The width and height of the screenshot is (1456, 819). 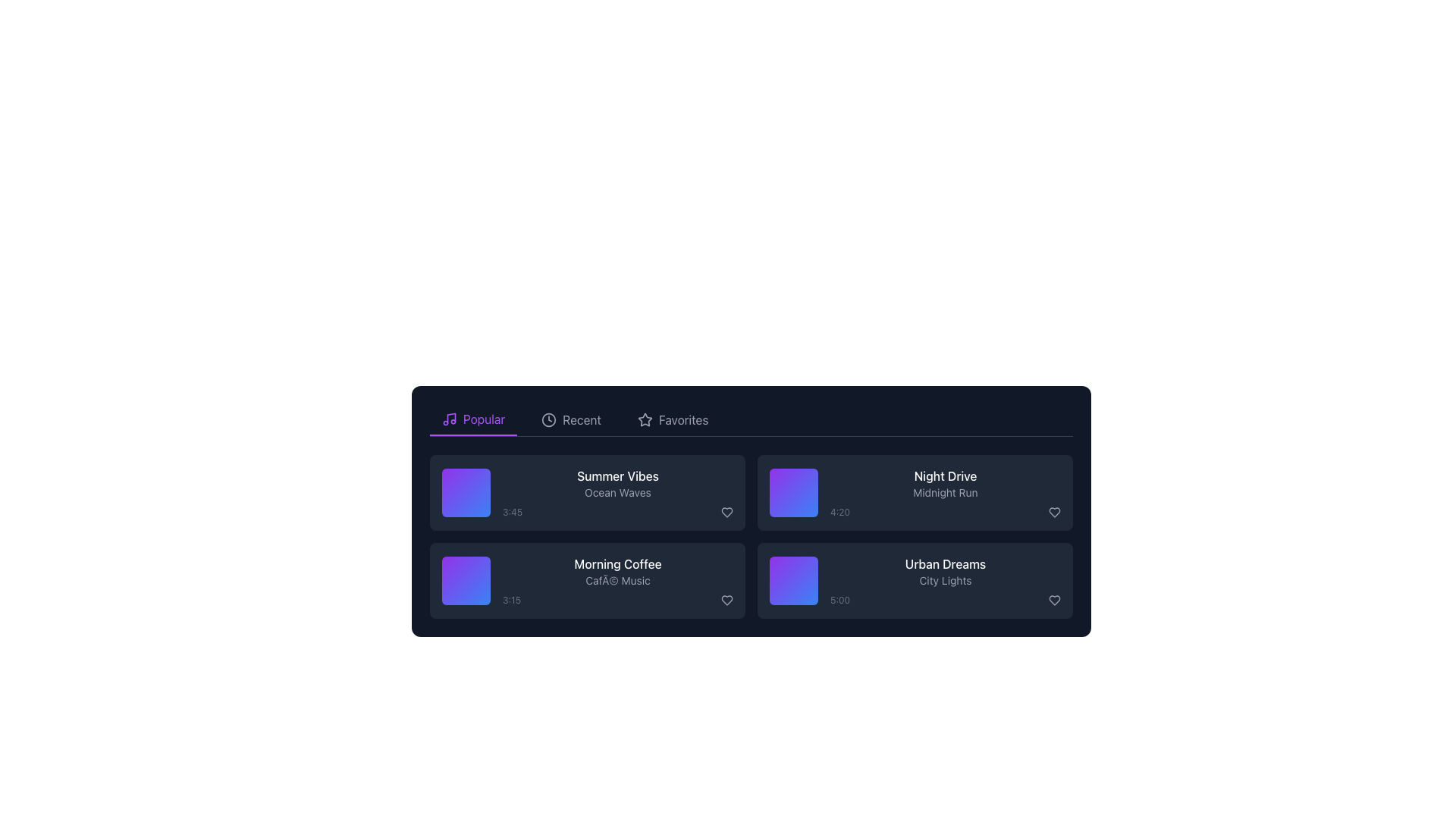 I want to click on the button in the bottom-right corner of the 'Morning Coffee' card, so click(x=726, y=599).